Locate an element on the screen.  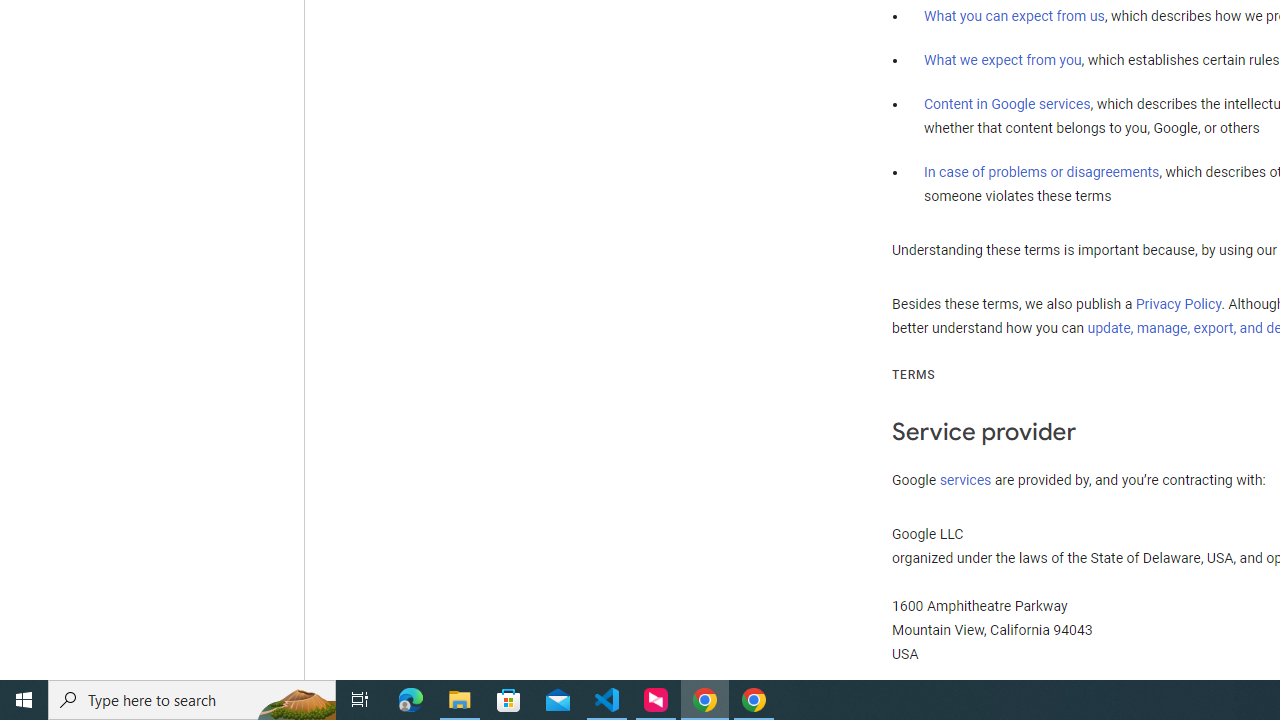
'In case of problems or disagreements' is located at coordinates (1040, 170).